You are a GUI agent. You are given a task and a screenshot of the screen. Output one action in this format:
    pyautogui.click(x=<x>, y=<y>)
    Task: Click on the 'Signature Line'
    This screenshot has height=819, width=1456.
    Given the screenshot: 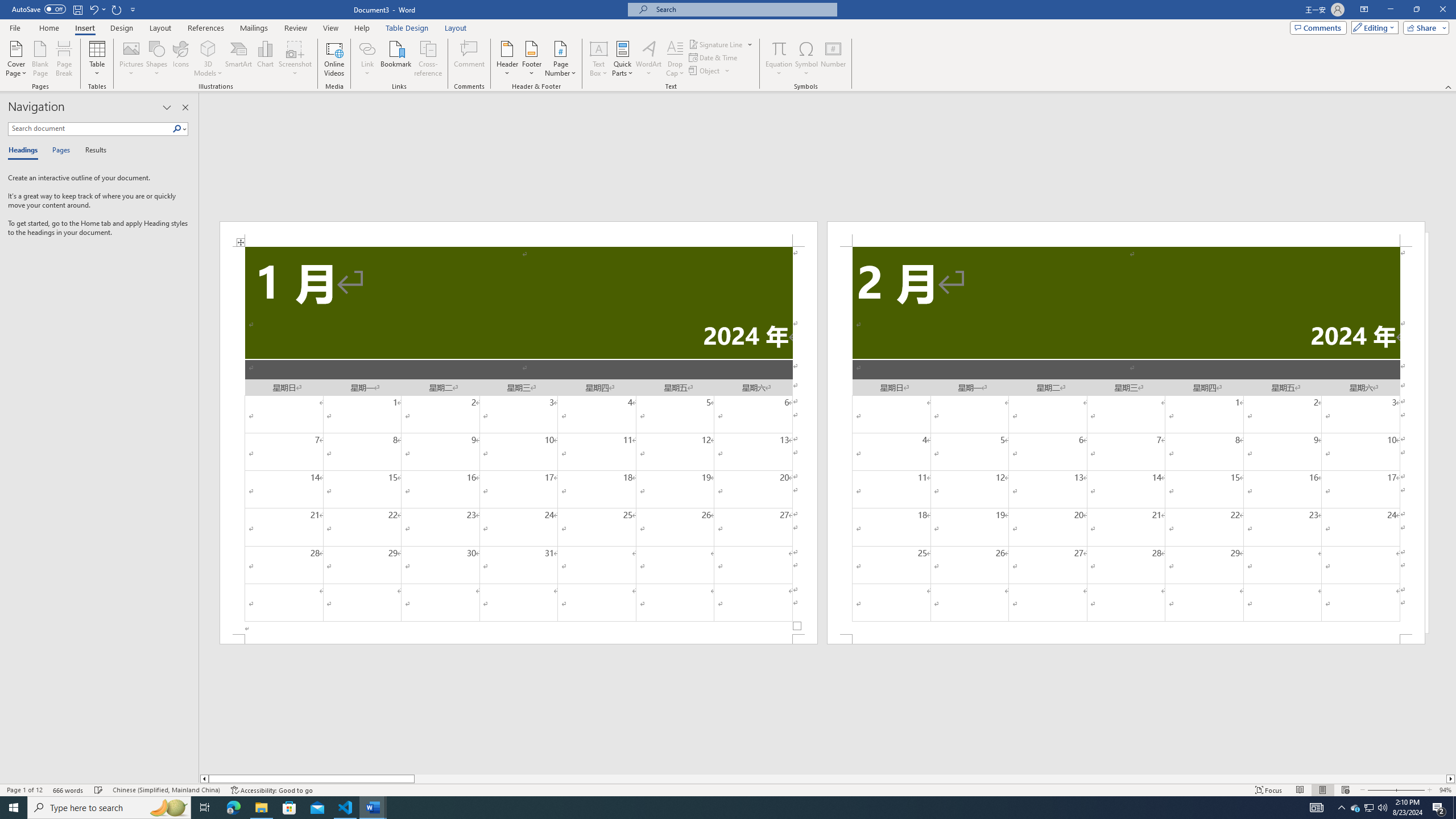 What is the action you would take?
    pyautogui.click(x=721, y=44)
    